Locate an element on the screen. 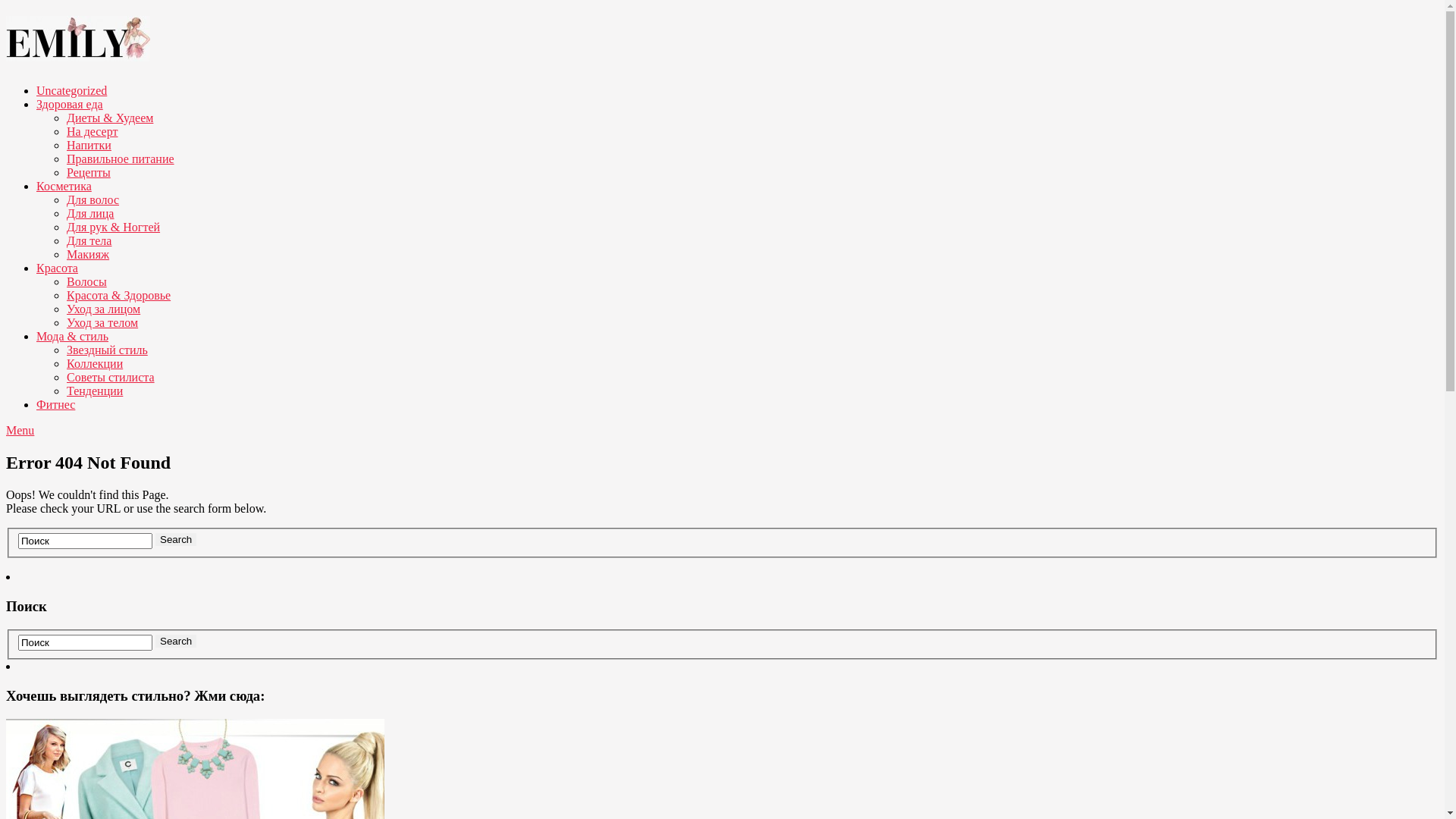 This screenshot has width=1456, height=819. 'Search' is located at coordinates (155, 641).